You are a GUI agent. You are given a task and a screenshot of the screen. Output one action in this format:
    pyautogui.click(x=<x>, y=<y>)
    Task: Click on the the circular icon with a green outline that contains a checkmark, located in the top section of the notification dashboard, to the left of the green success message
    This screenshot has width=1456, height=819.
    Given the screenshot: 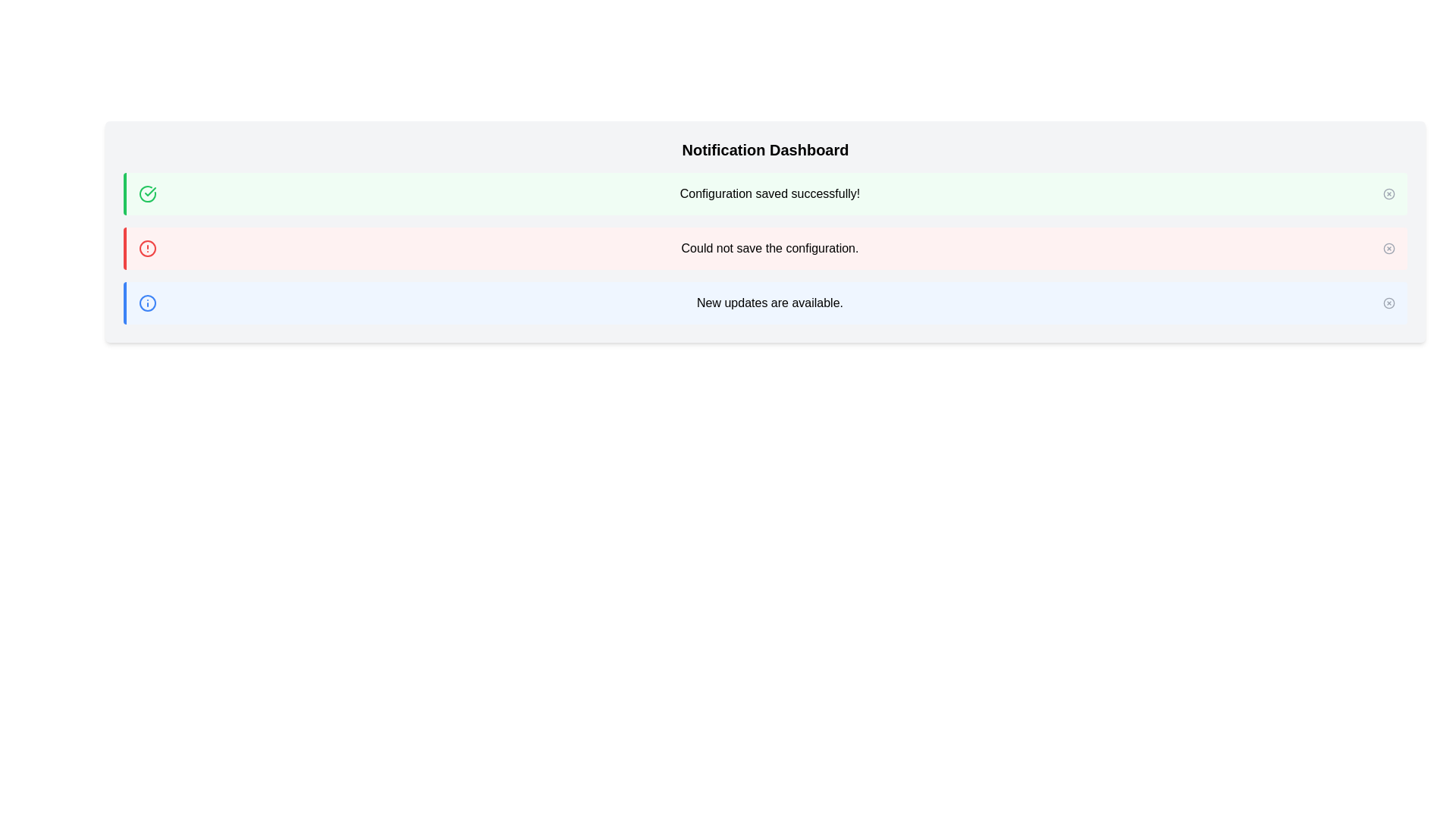 What is the action you would take?
    pyautogui.click(x=148, y=193)
    